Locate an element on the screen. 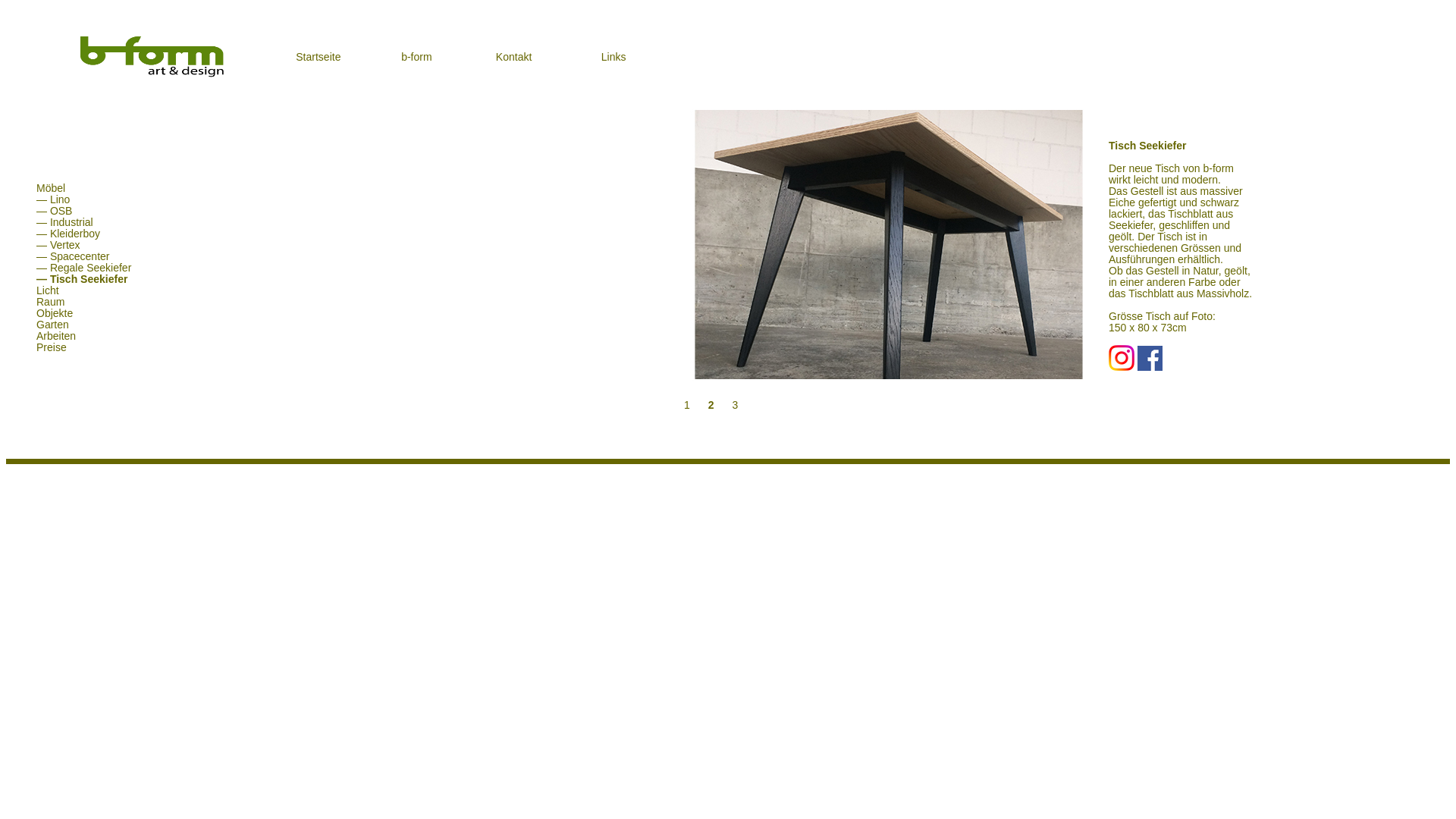 The height and width of the screenshot is (819, 1456). '2' is located at coordinates (704, 403).